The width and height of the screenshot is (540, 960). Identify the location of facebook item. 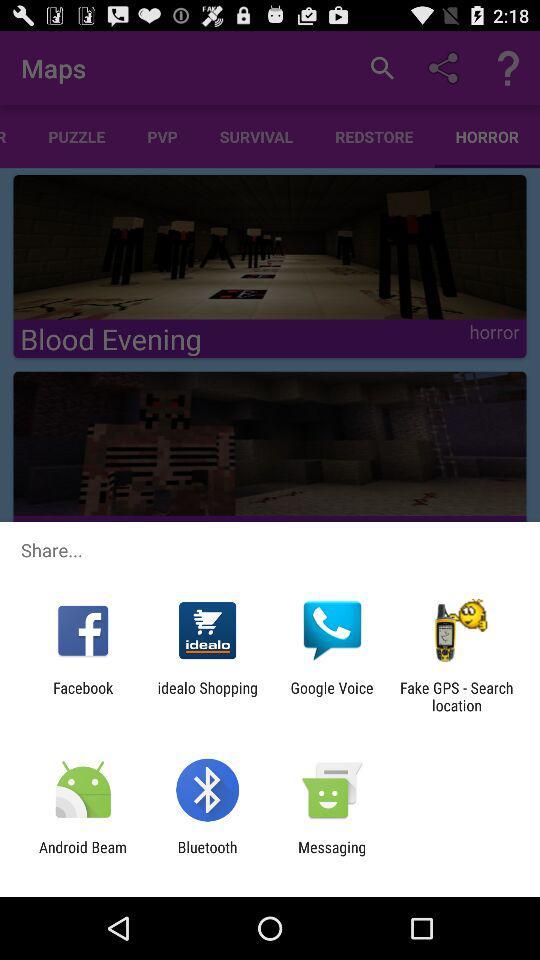
(82, 696).